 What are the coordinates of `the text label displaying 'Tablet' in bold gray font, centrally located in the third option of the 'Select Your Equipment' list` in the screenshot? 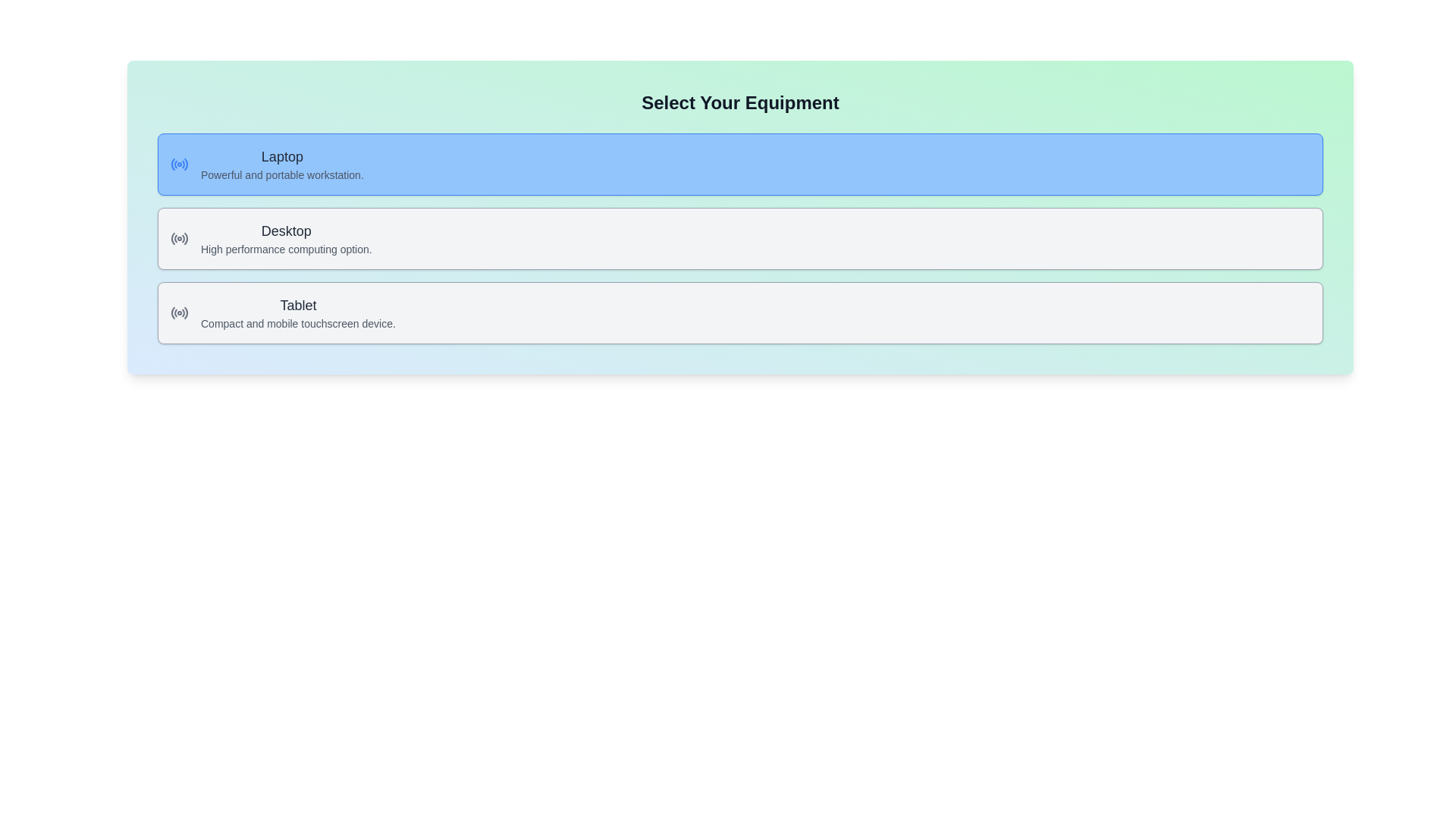 It's located at (298, 305).